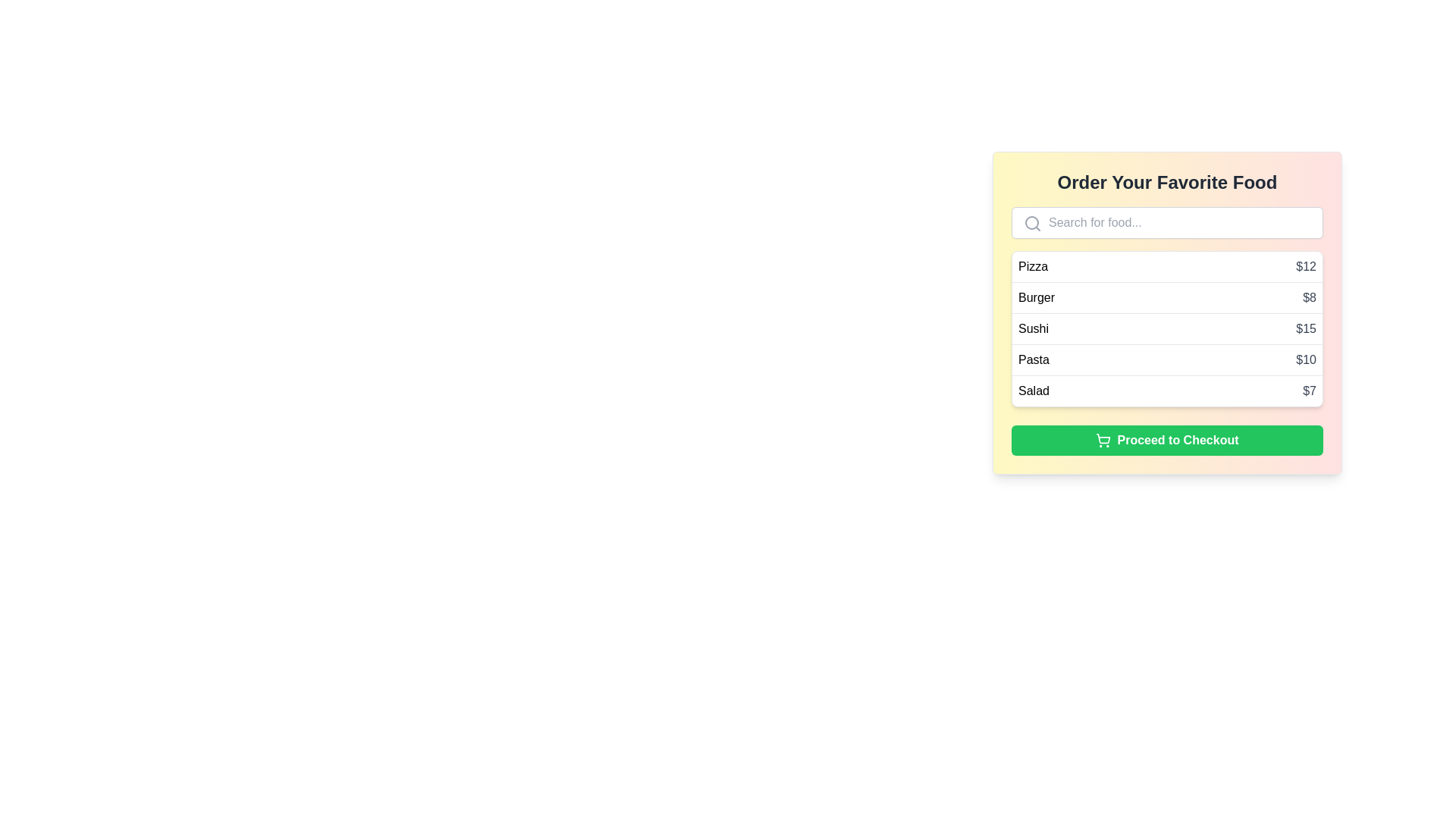 The height and width of the screenshot is (819, 1456). Describe the element at coordinates (1309, 391) in the screenshot. I see `the static text displaying the price of the salad, which shows '$7' and is located to the right of the 'Salad' label in the menu list` at that location.